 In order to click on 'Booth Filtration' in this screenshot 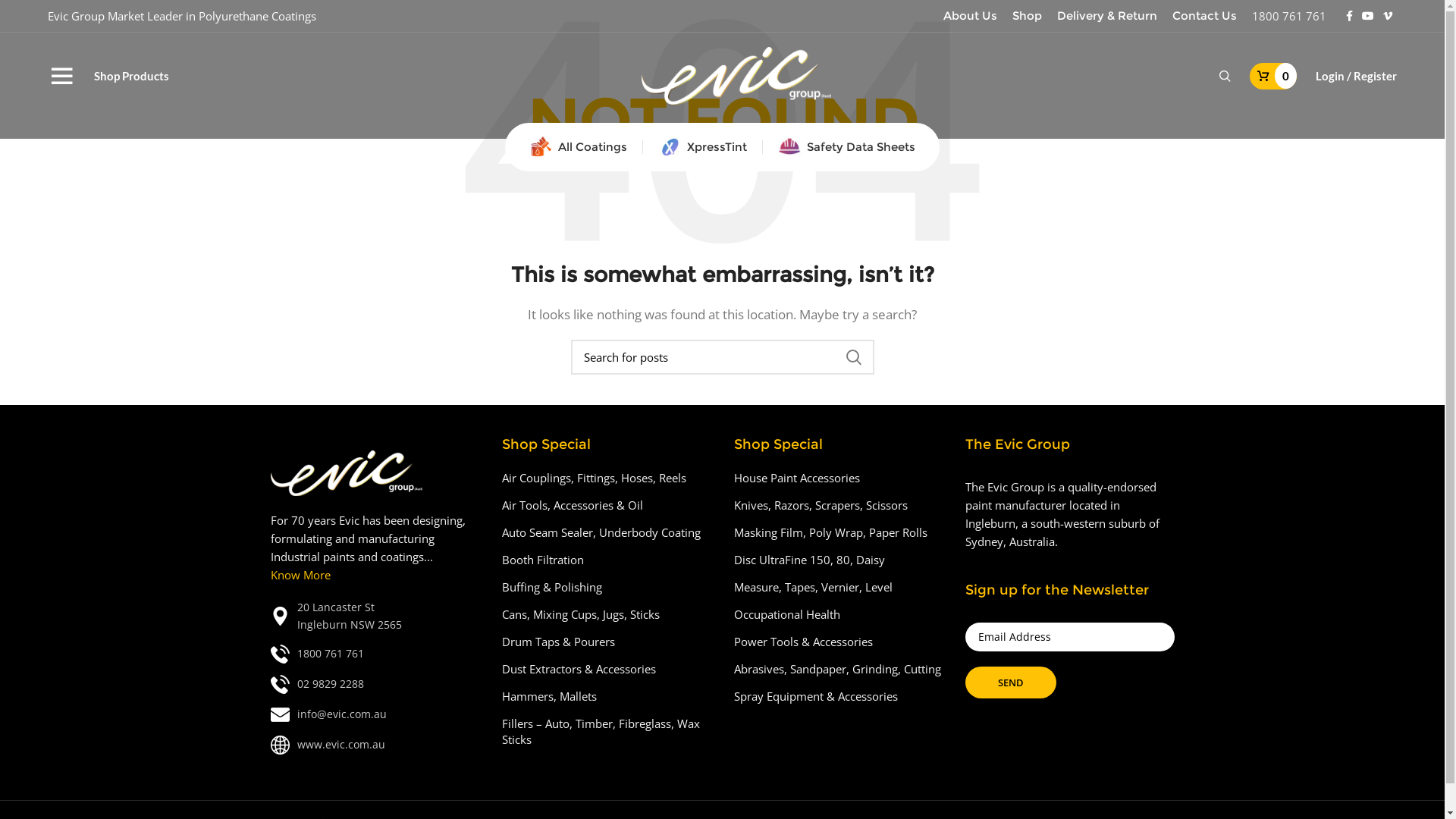, I will do `click(543, 560)`.